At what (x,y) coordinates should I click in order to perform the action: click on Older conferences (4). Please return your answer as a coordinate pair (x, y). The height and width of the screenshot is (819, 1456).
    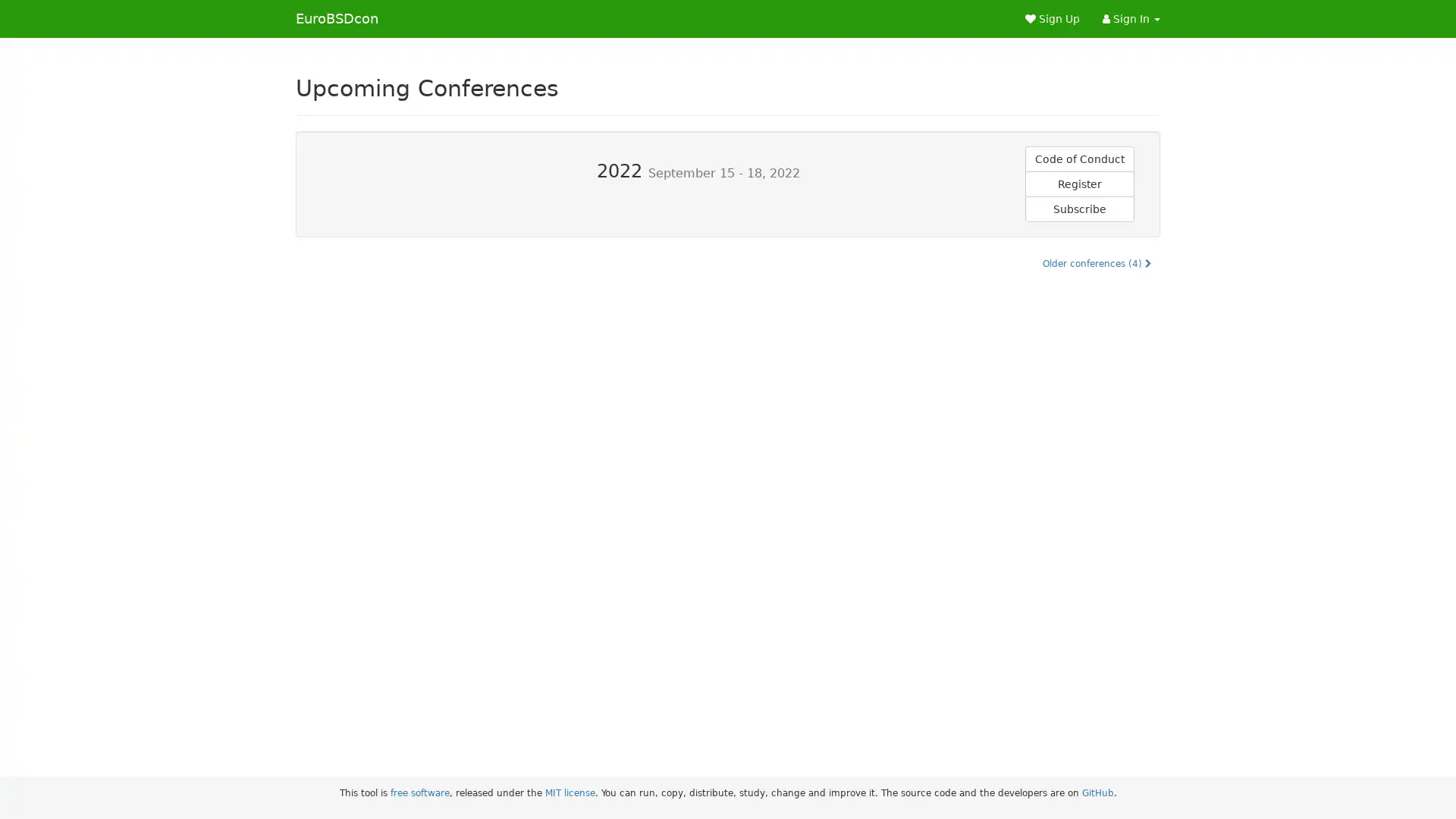
    Looking at the image, I should click on (1097, 262).